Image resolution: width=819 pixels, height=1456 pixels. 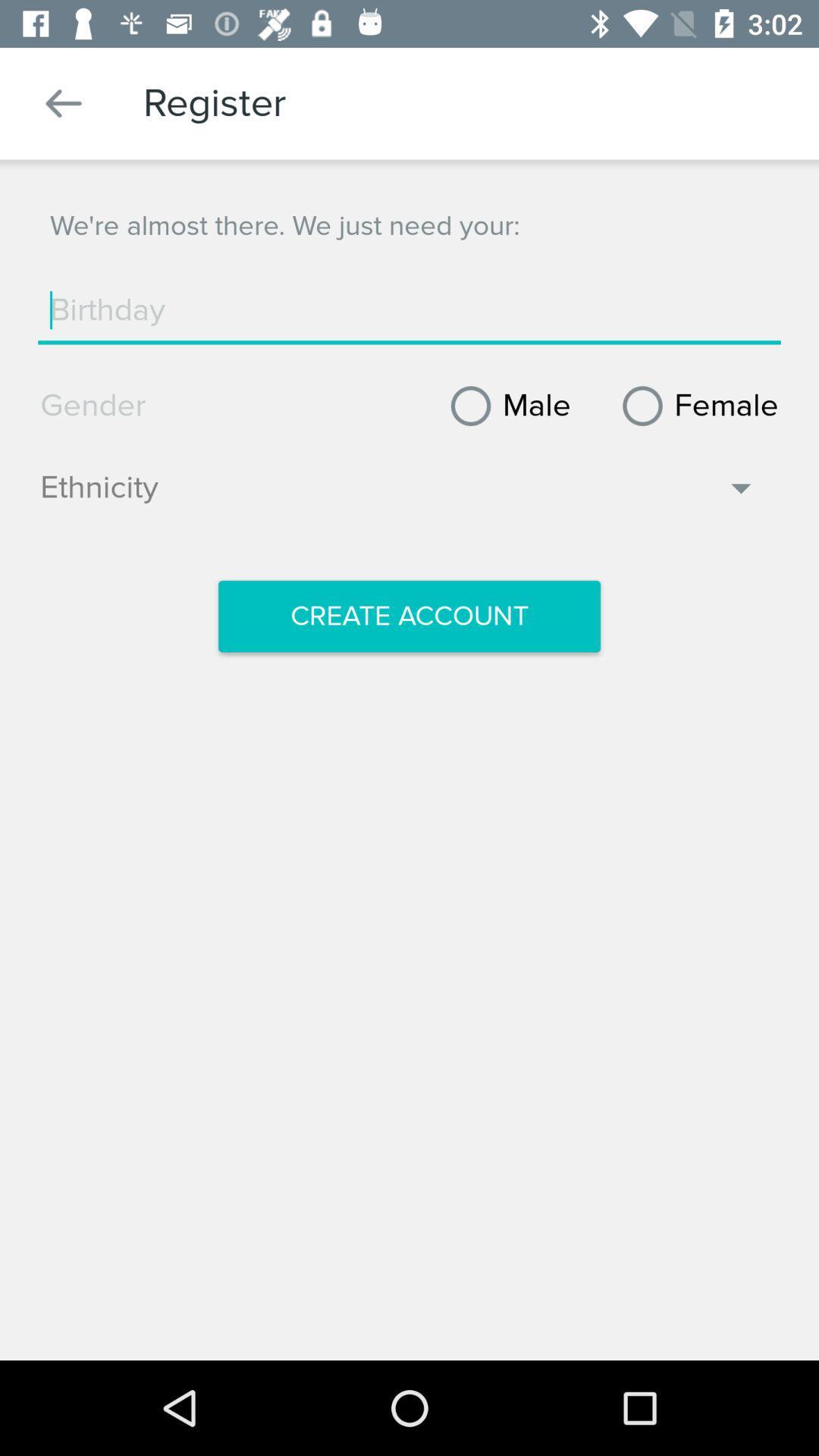 What do you see at coordinates (695, 406) in the screenshot?
I see `the item next to male item` at bounding box center [695, 406].